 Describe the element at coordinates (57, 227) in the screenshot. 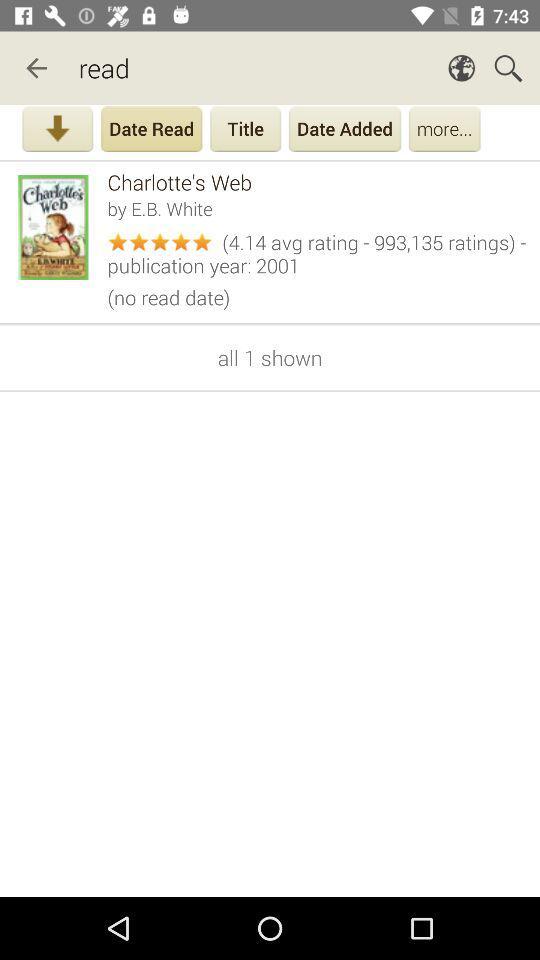

I see `icon to the left of charlotte's web` at that location.